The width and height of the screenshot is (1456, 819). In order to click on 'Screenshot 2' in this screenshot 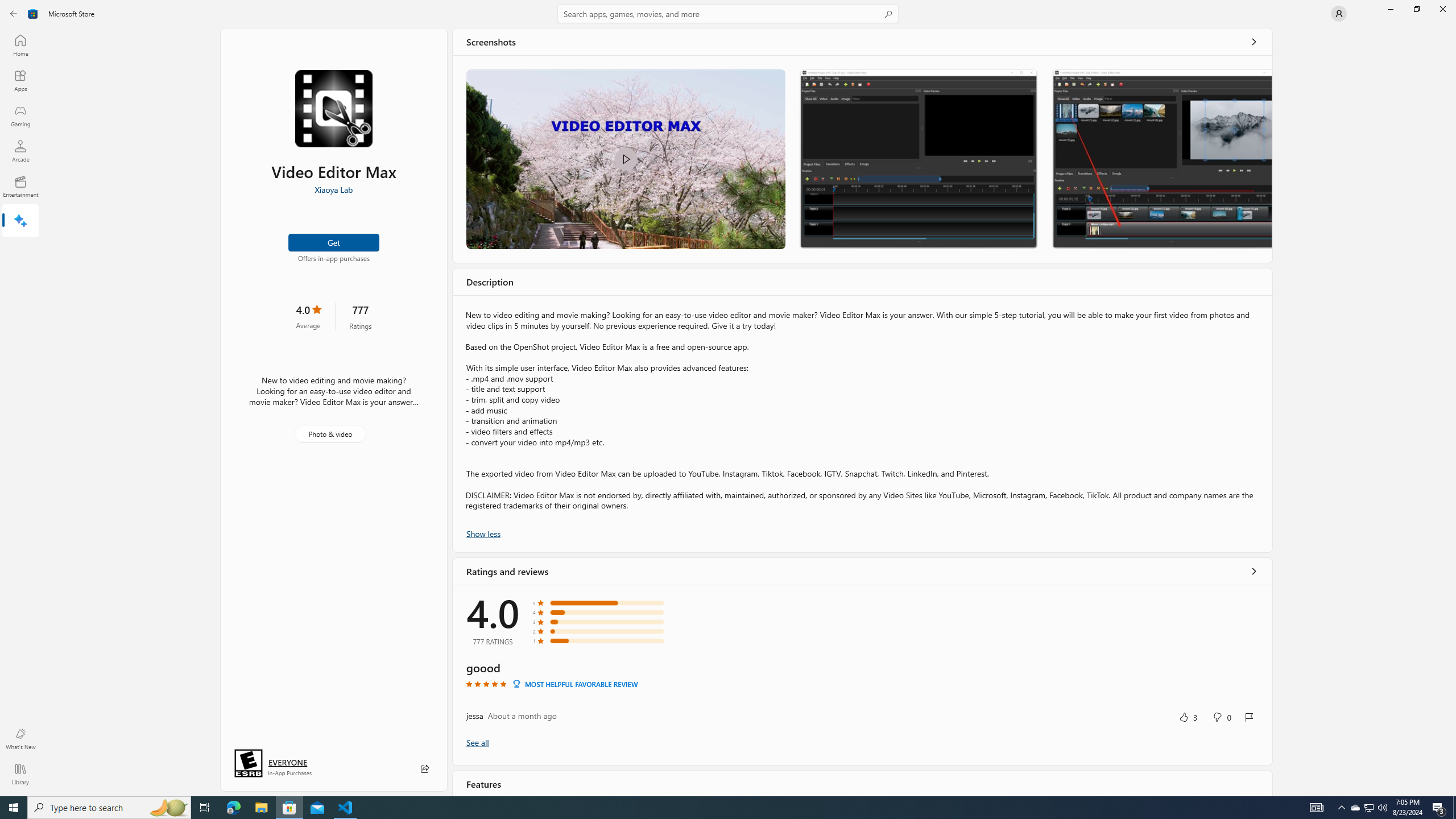, I will do `click(918, 159)`.